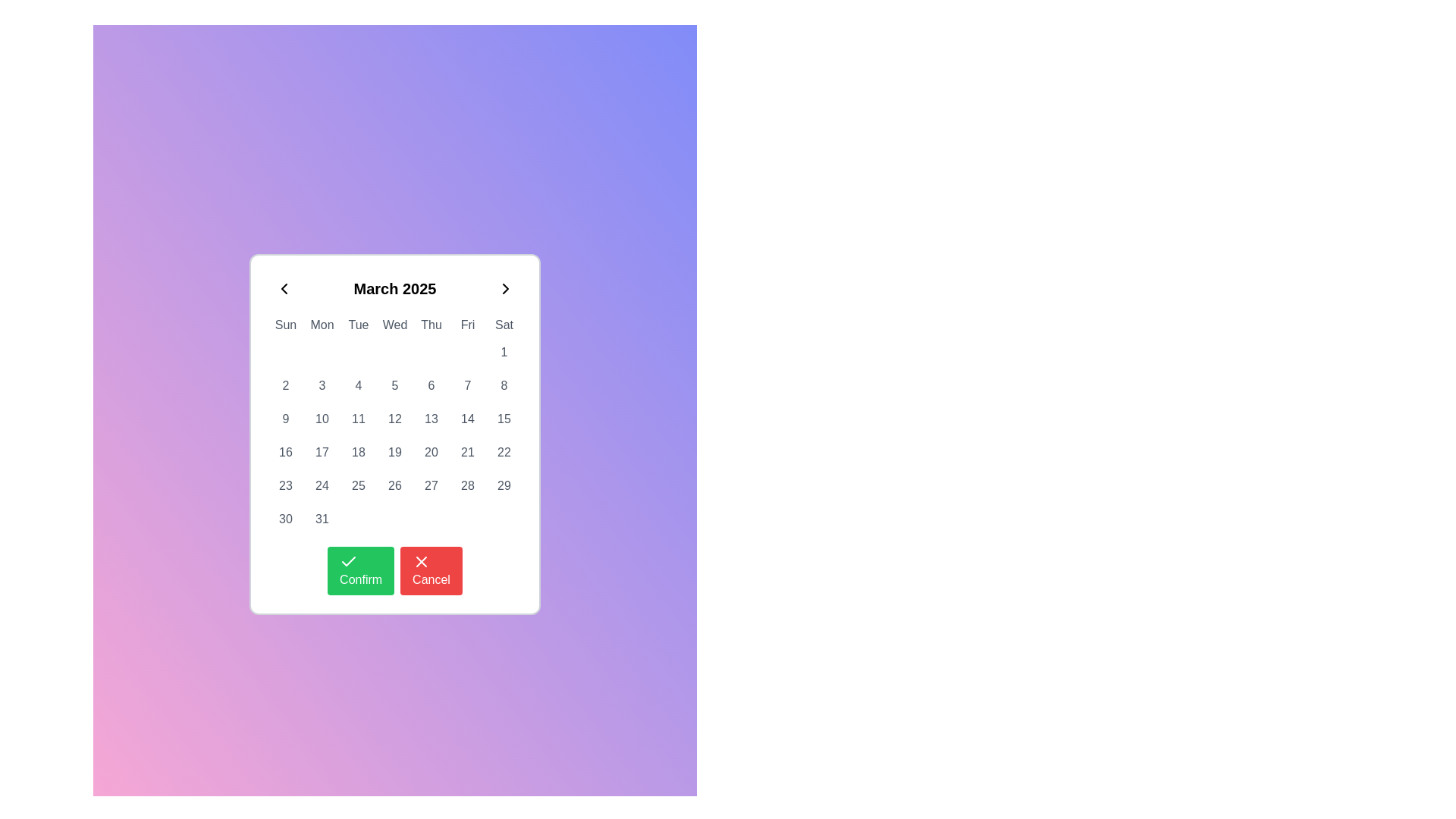  I want to click on the square button displaying the number '21' in bold font, located in the sixth row and sixth column of the calendar grid under the Friday column, so click(467, 452).